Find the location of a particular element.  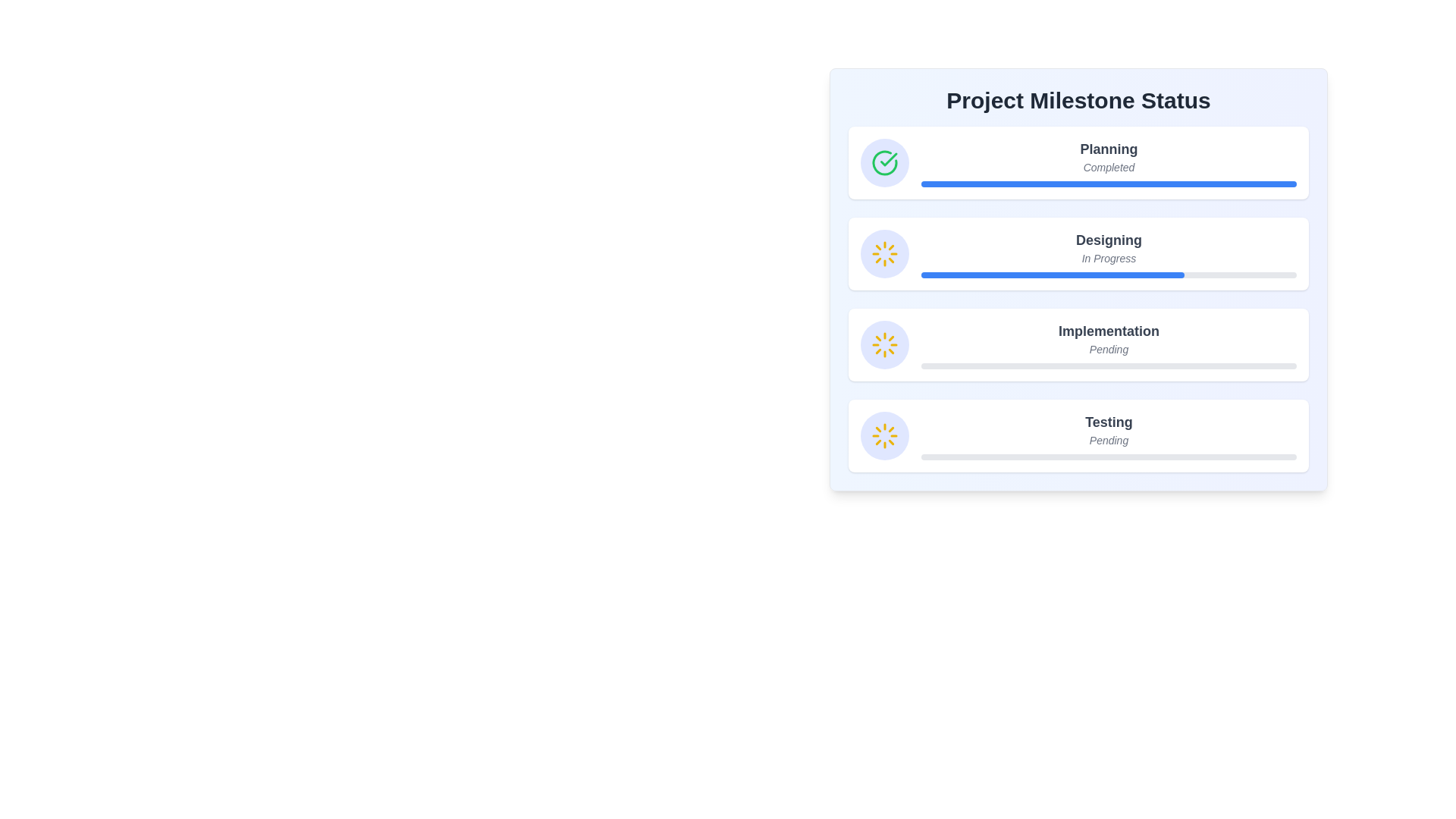

the icon representing the 'Designing' phase of the milestone completion process in the second row of the milestone status list is located at coordinates (884, 253).